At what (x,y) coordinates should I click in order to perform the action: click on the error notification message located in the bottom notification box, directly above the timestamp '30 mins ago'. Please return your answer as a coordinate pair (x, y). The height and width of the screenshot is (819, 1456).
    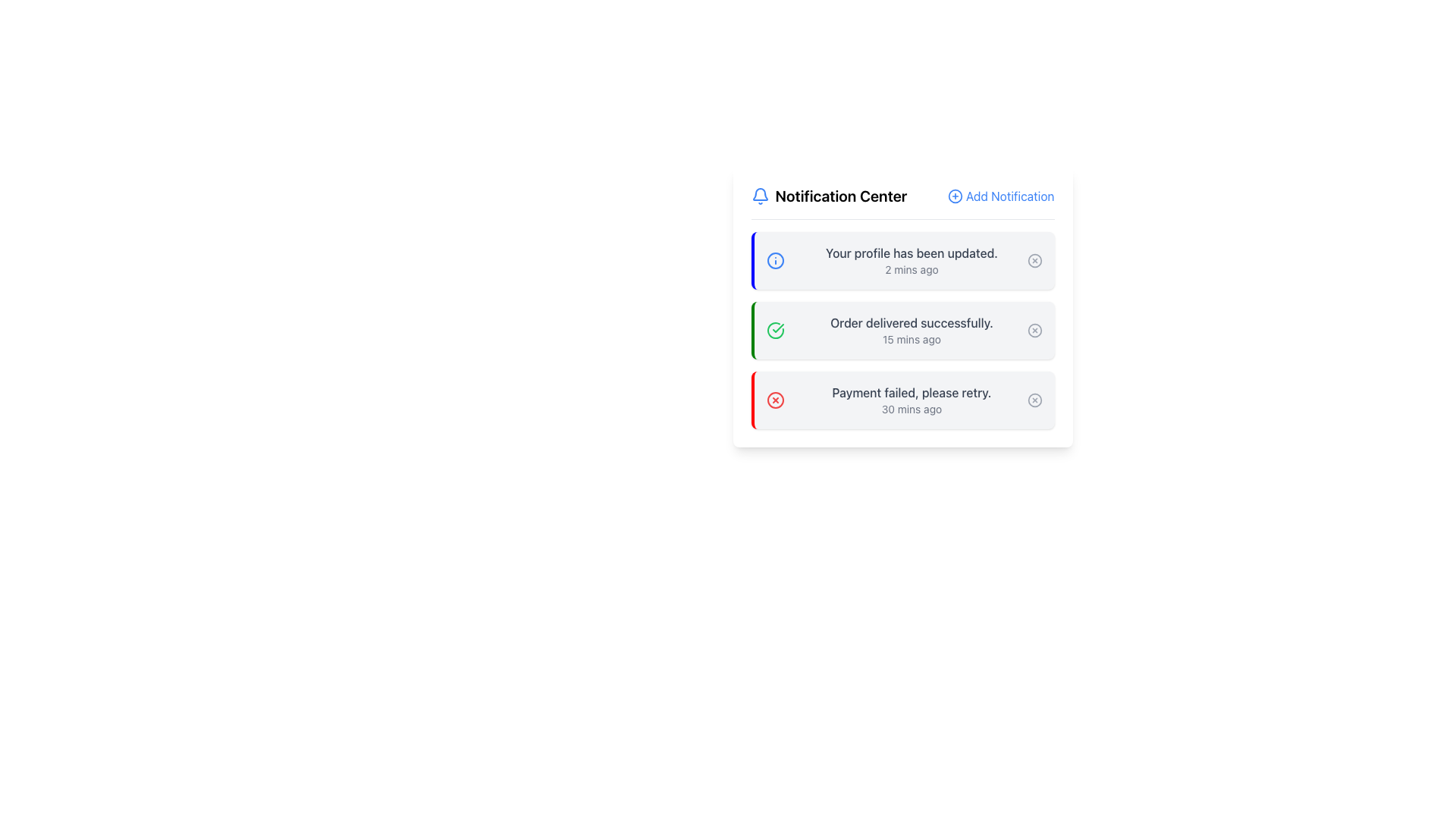
    Looking at the image, I should click on (911, 391).